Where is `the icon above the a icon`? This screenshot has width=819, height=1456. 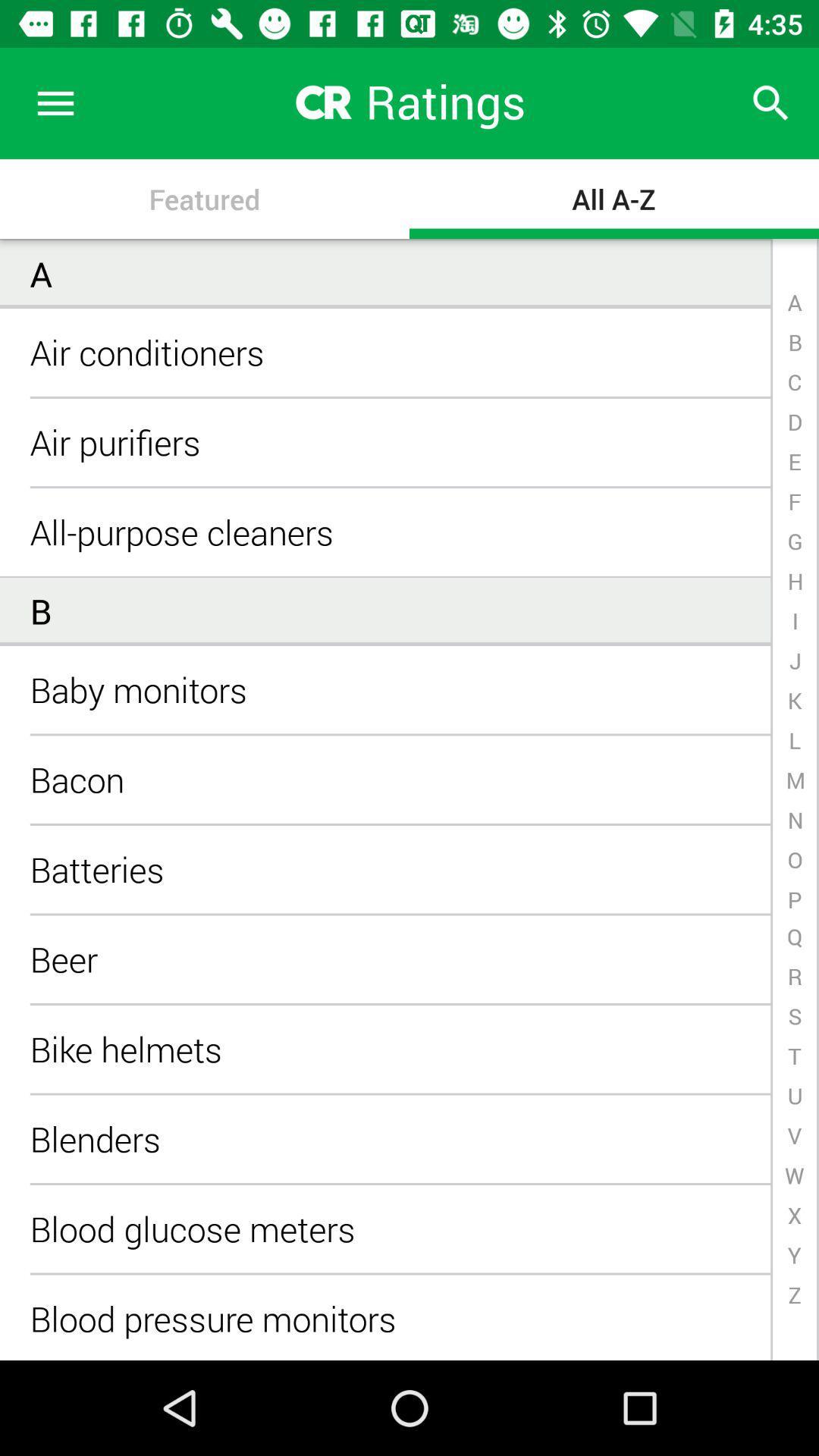 the icon above the a icon is located at coordinates (55, 102).